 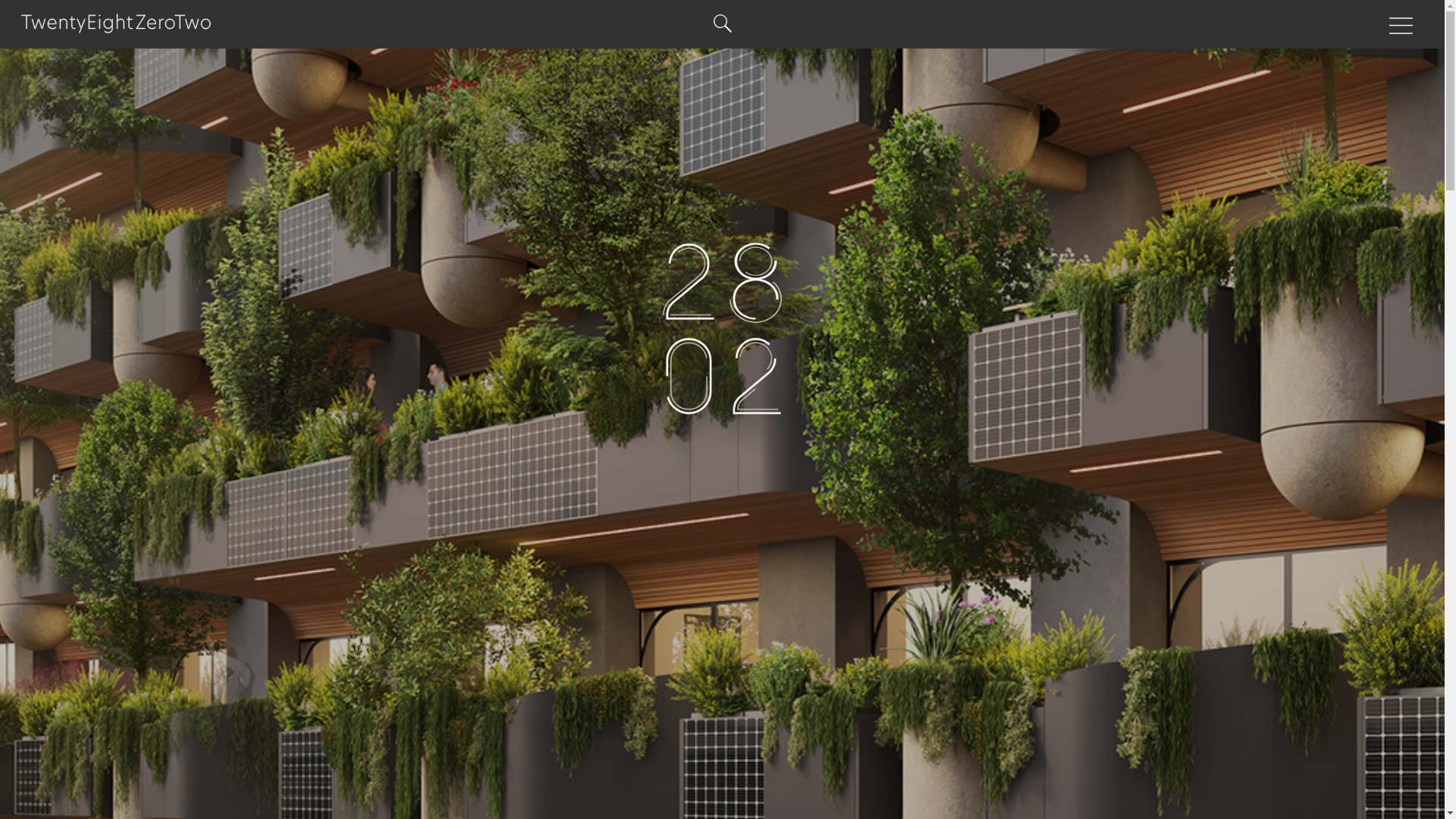 What do you see at coordinates (1401, 26) in the screenshot?
I see `'Primary Menu'` at bounding box center [1401, 26].